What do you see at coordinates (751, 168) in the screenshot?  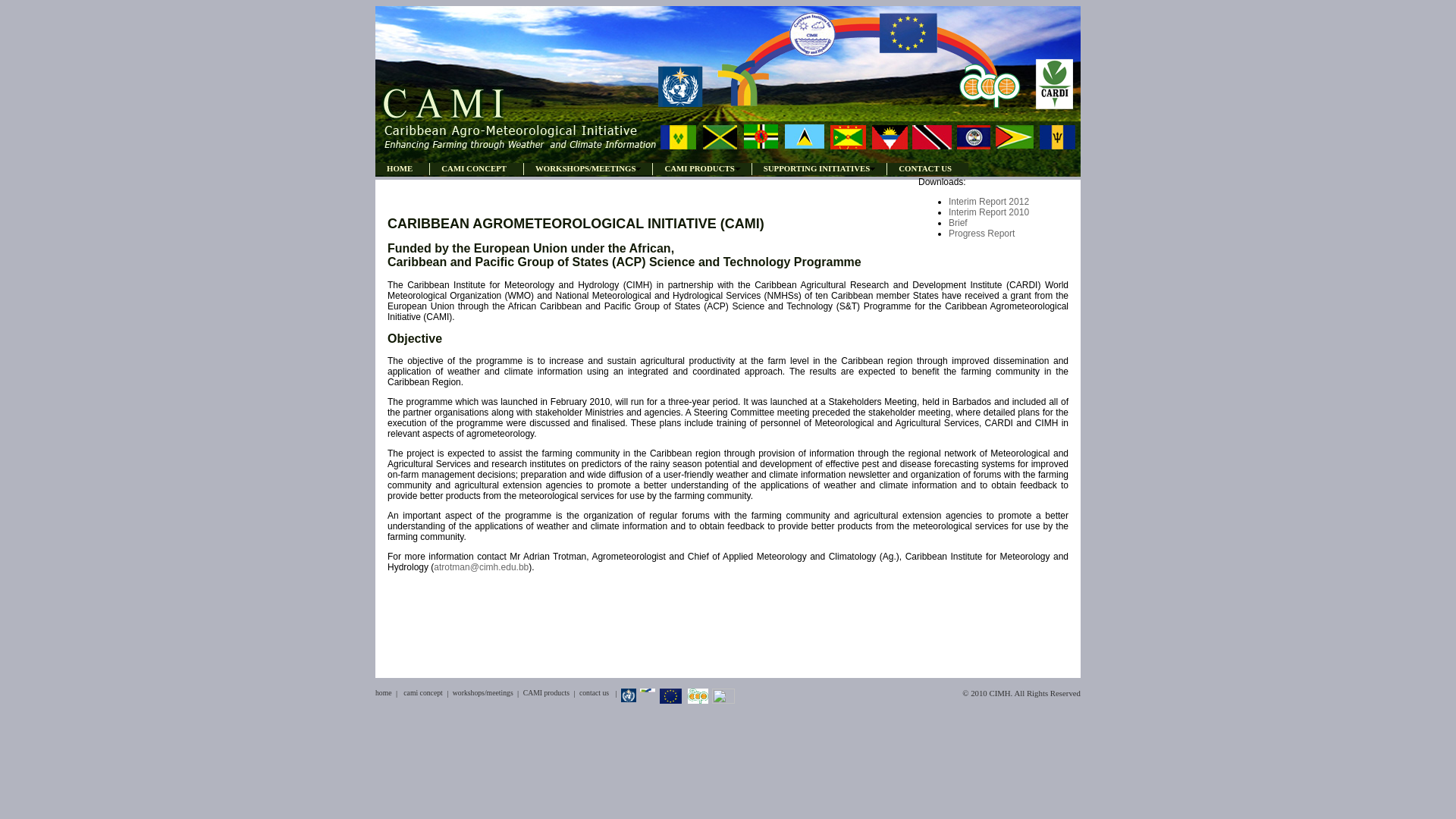 I see `'SUPPORTING INITIATIVES'` at bounding box center [751, 168].